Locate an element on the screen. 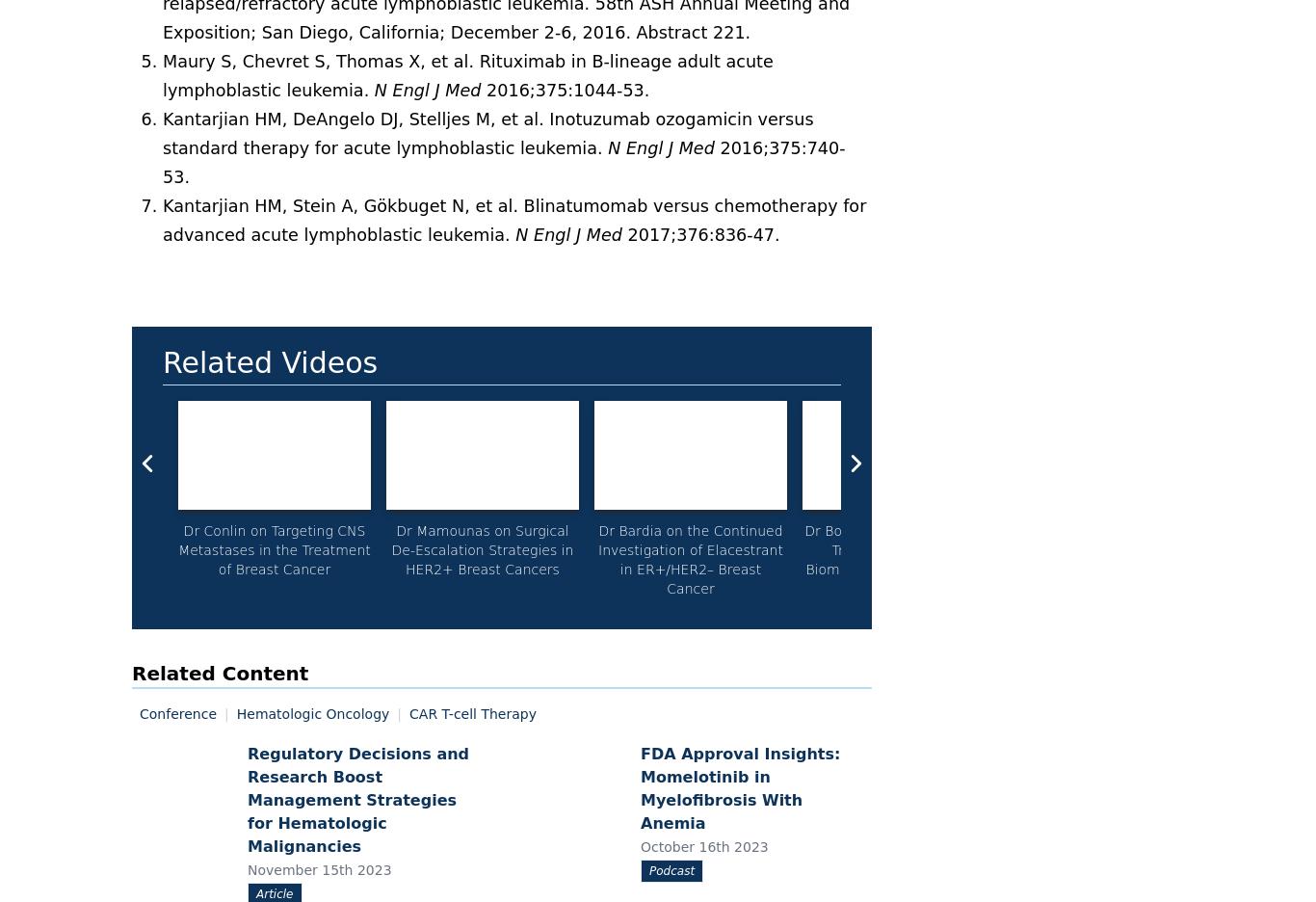 The height and width of the screenshot is (902, 1316). 'Conference' is located at coordinates (176, 712).